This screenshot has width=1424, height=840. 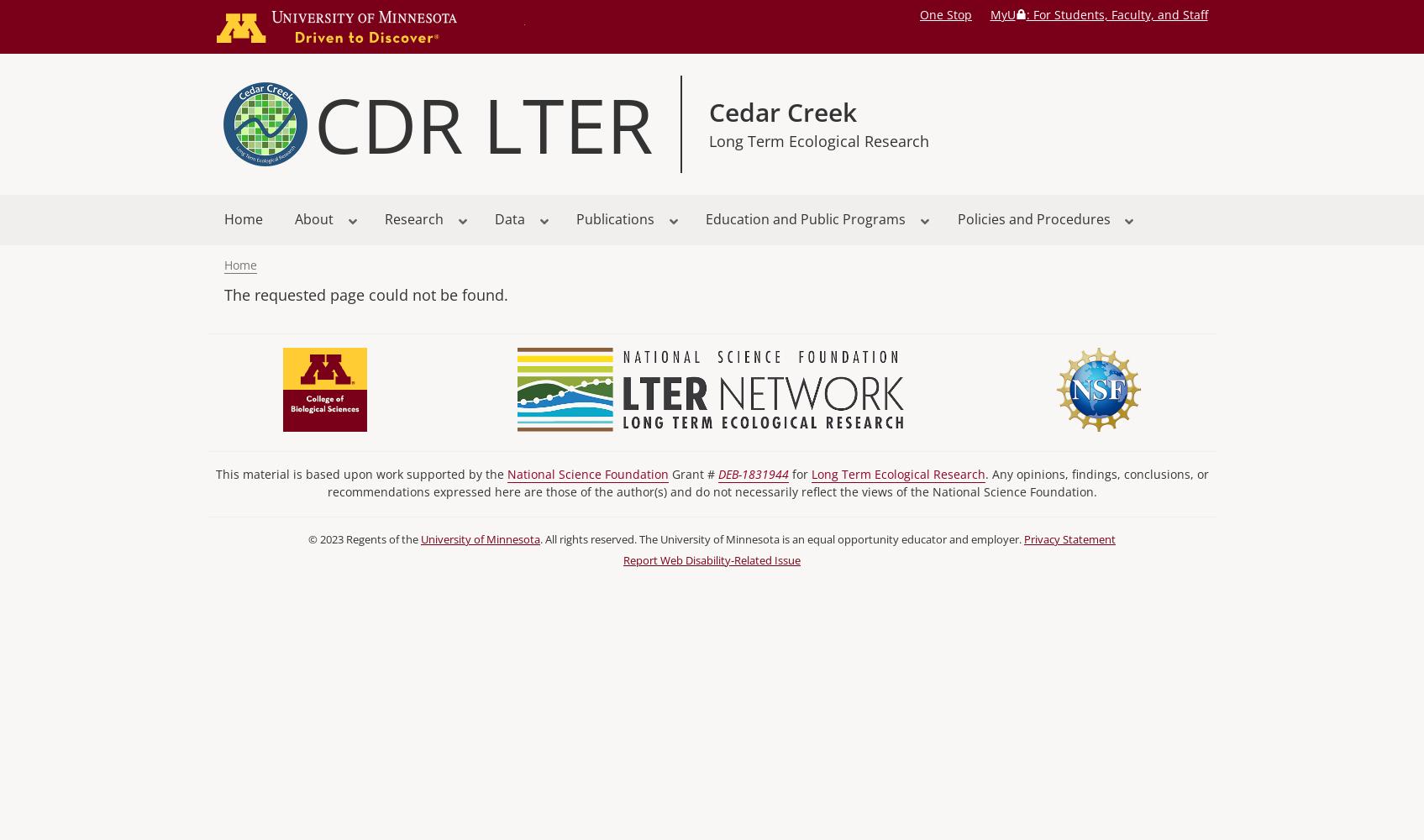 I want to click on 'Publications', so click(x=614, y=219).